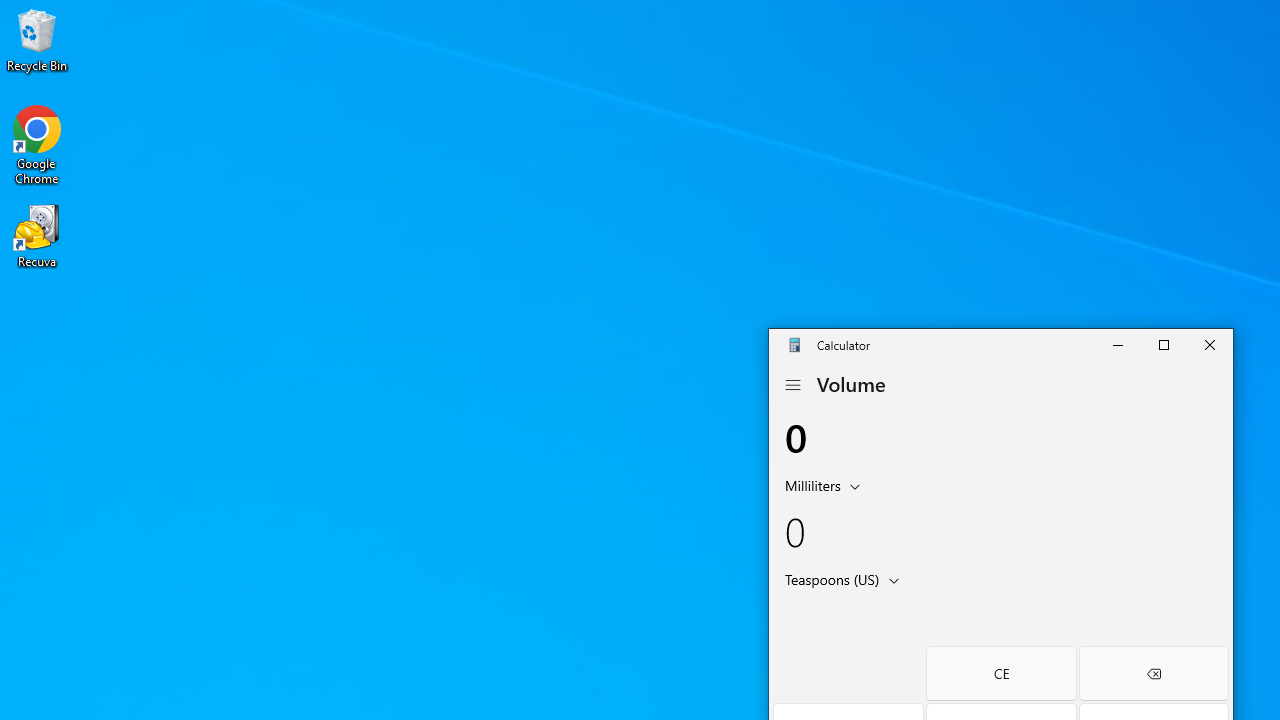  Describe the element at coordinates (826, 484) in the screenshot. I see `'Input unit'` at that location.